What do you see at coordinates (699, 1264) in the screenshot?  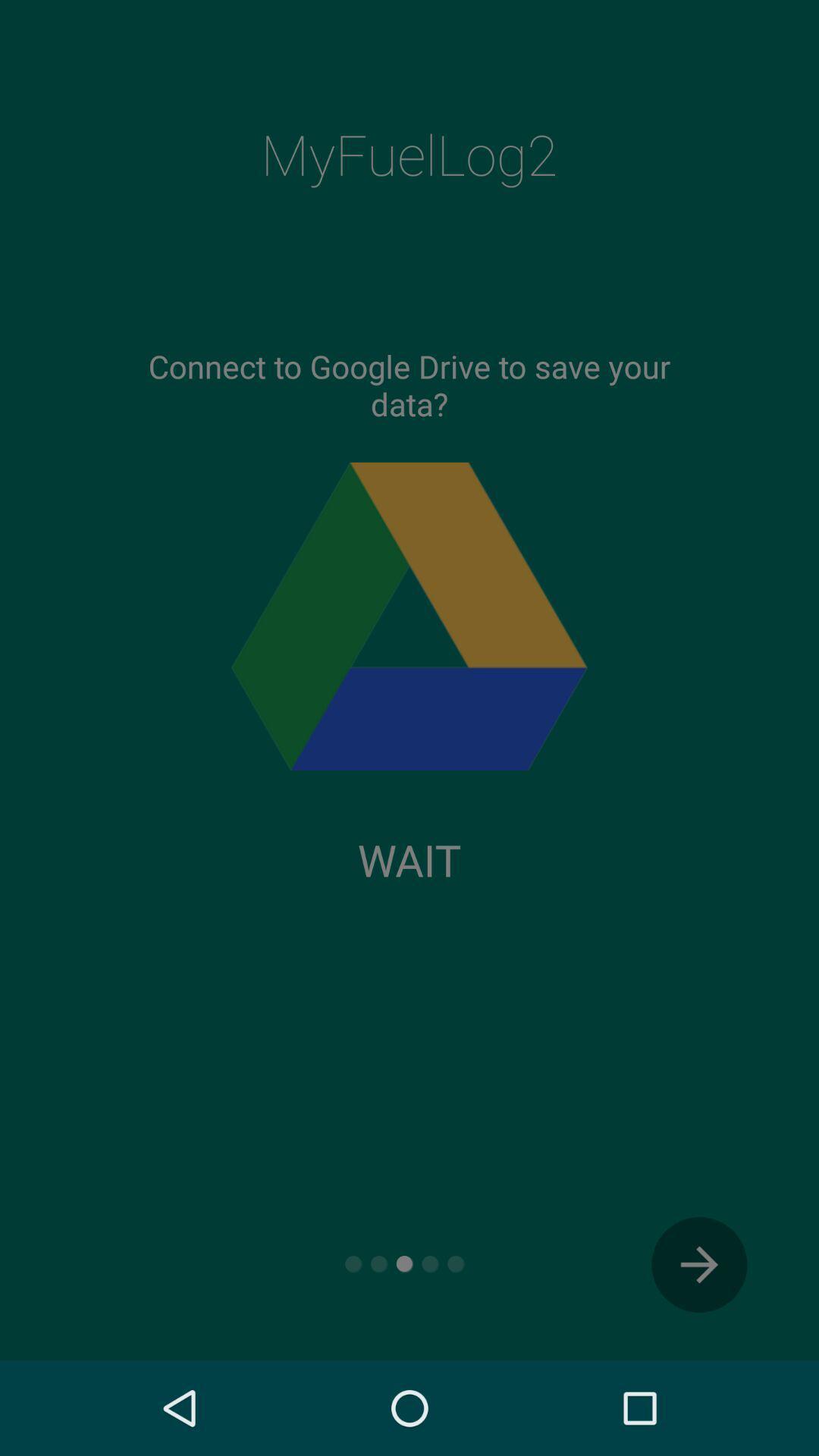 I see `the arrow_forward icon` at bounding box center [699, 1264].